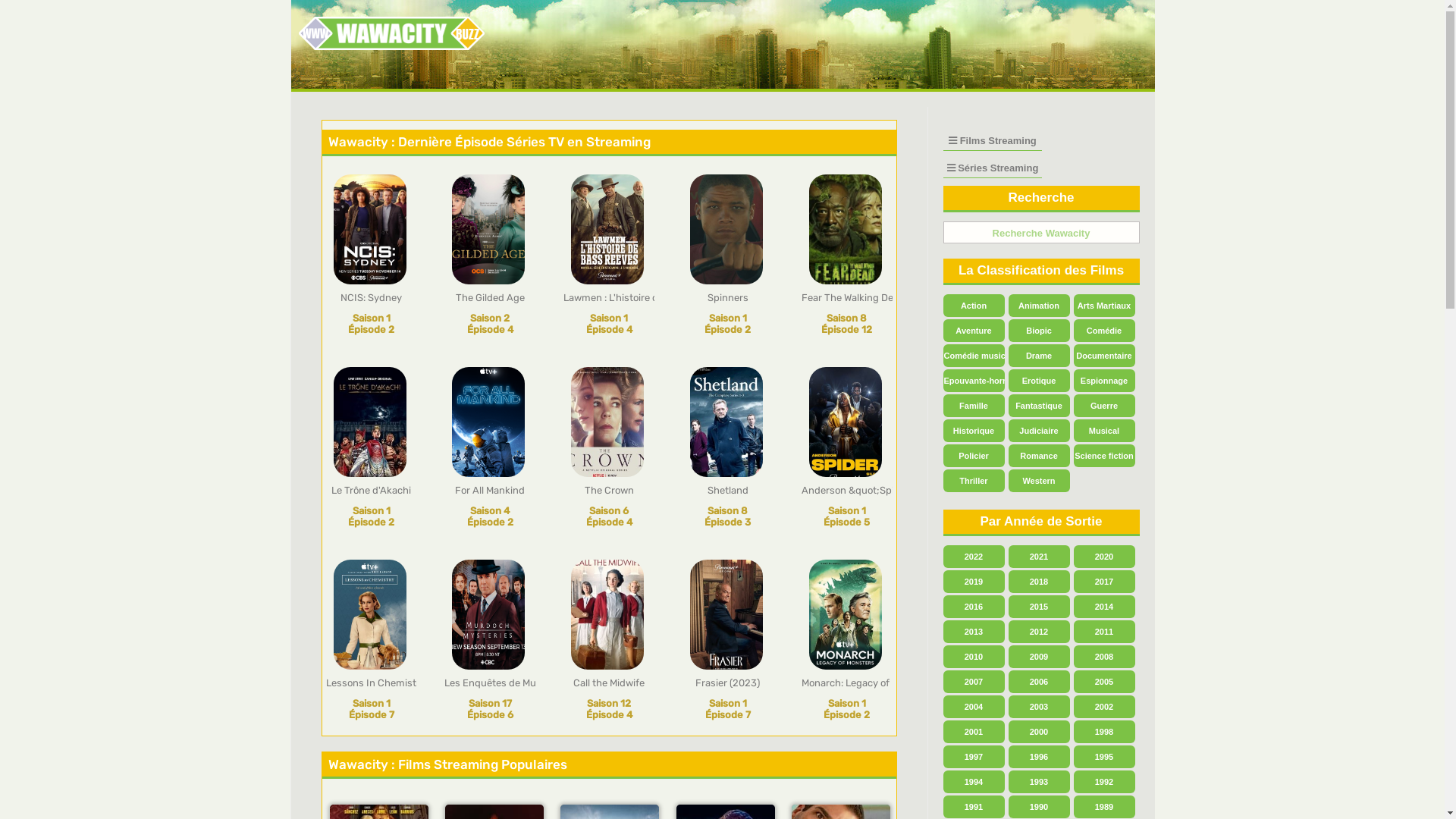 The image size is (1456, 819). I want to click on '2012', so click(1038, 632).